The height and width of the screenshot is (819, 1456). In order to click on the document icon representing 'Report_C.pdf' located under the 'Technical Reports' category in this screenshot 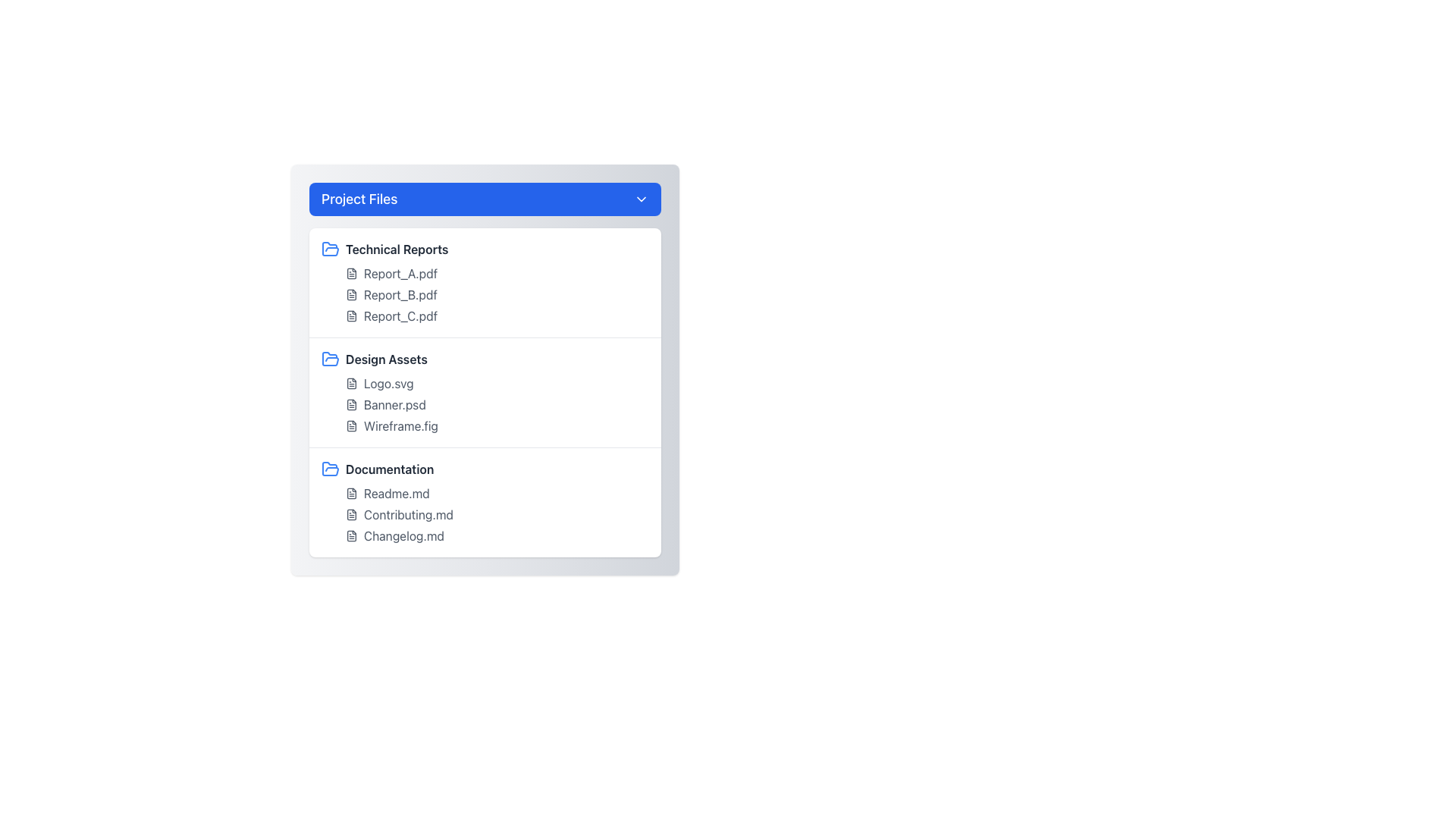, I will do `click(351, 315)`.